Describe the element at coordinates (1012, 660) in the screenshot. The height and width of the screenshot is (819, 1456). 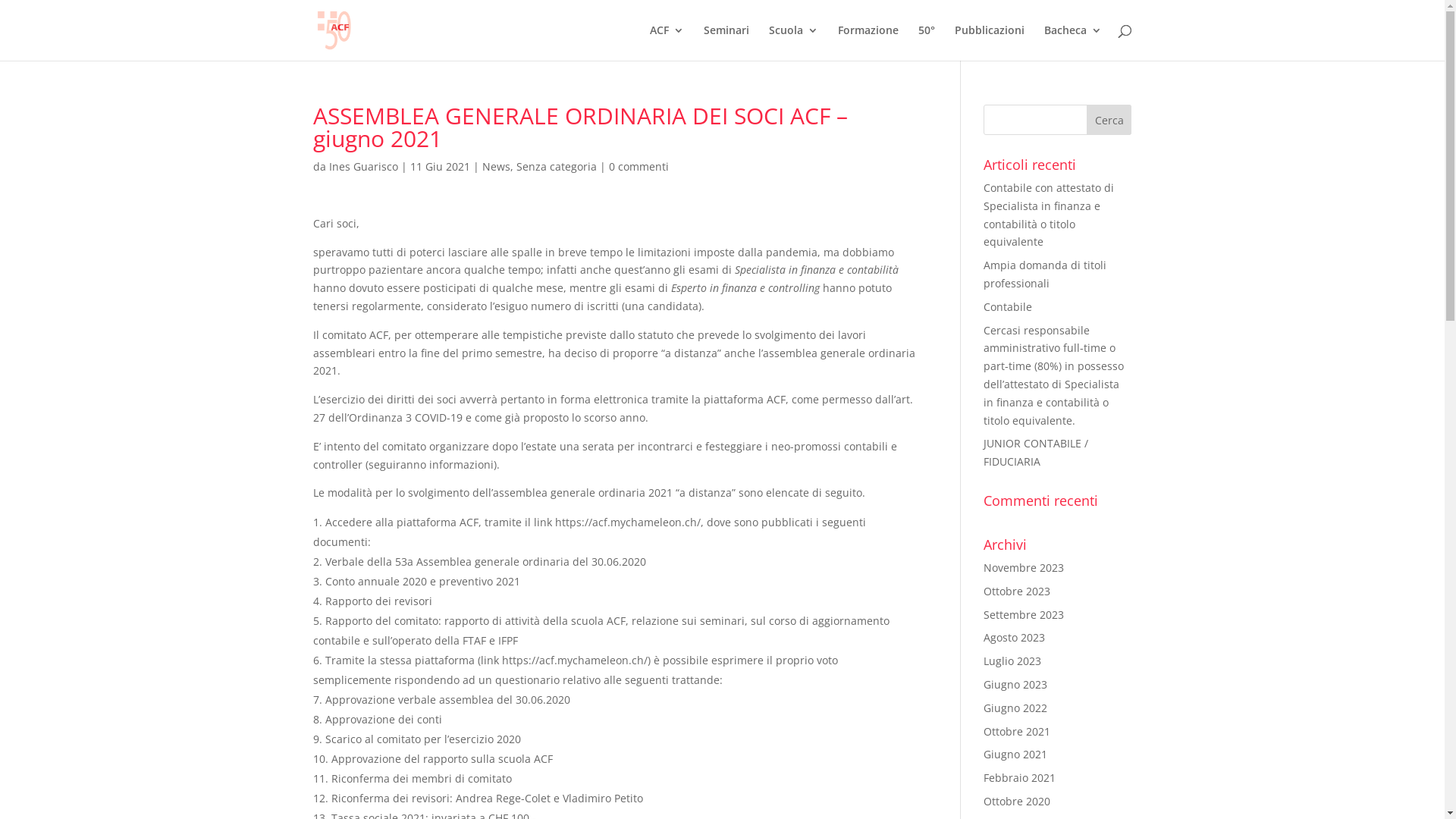
I see `'Luglio 2023'` at that location.